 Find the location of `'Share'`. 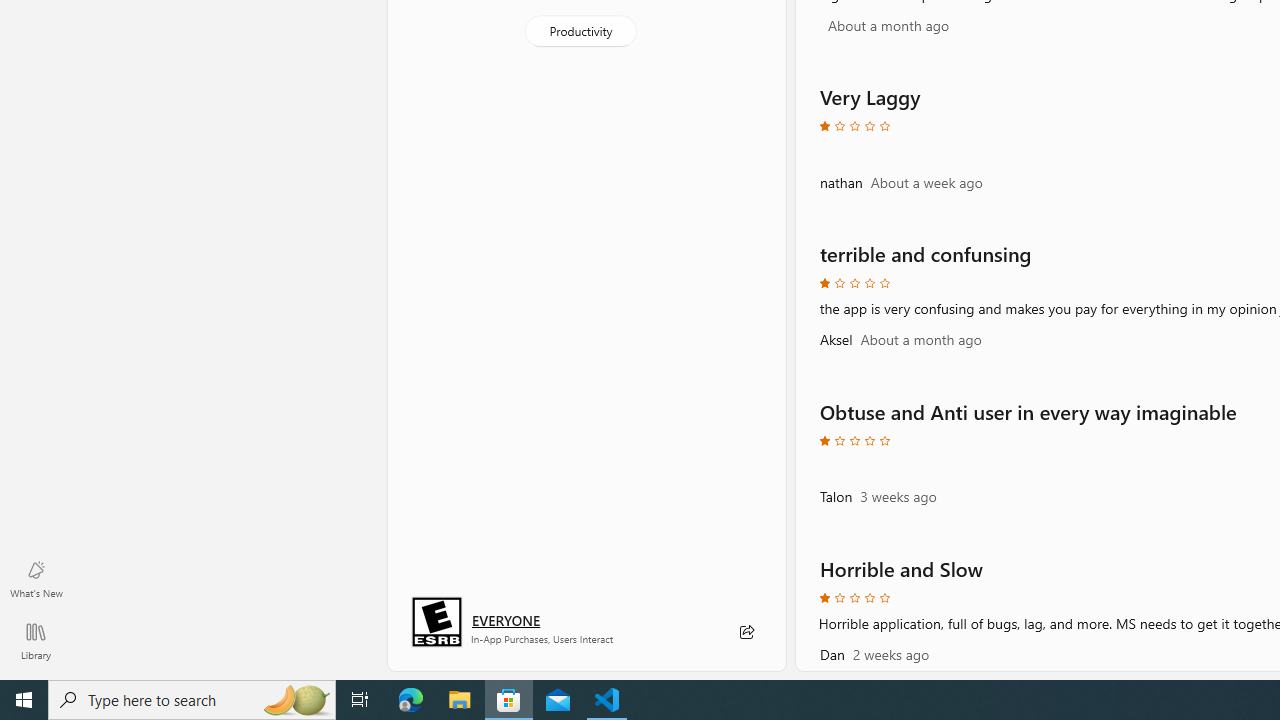

'Share' is located at coordinates (745, 632).